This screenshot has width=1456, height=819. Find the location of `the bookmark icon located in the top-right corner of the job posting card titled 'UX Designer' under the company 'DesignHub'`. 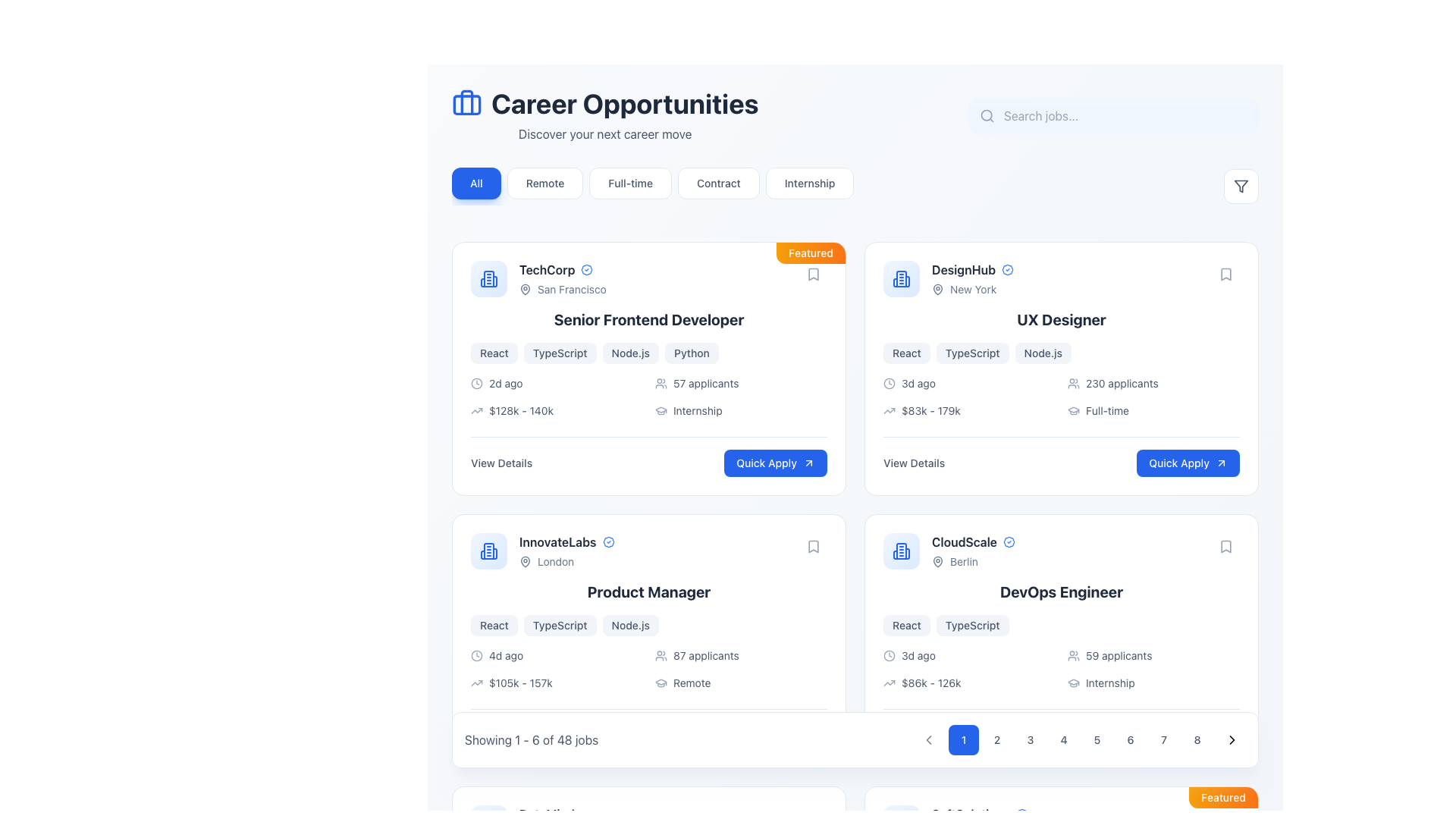

the bookmark icon located in the top-right corner of the job posting card titled 'UX Designer' under the company 'DesignHub' is located at coordinates (1226, 275).